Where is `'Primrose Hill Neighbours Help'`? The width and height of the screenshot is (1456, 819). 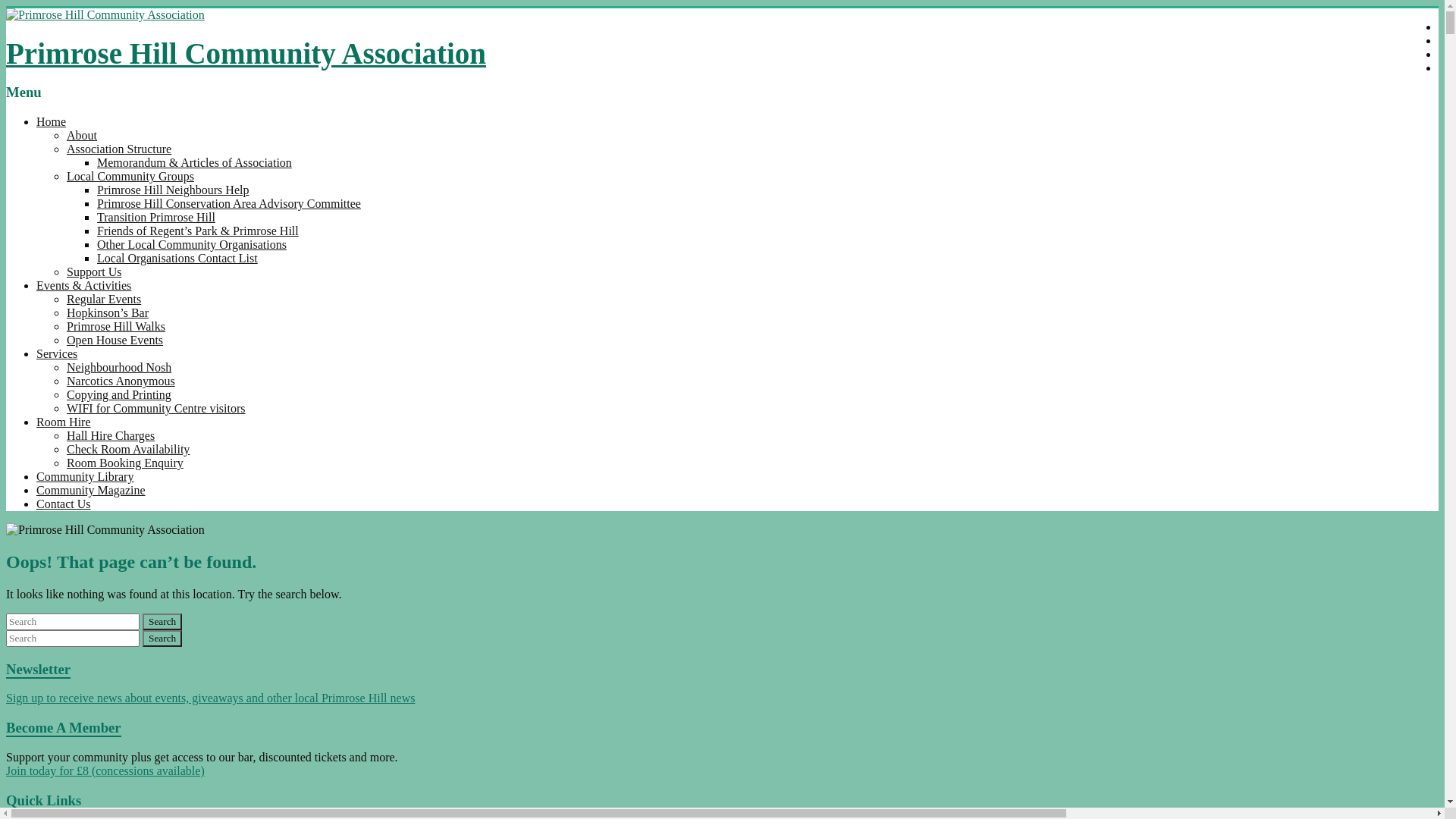 'Primrose Hill Neighbours Help' is located at coordinates (172, 189).